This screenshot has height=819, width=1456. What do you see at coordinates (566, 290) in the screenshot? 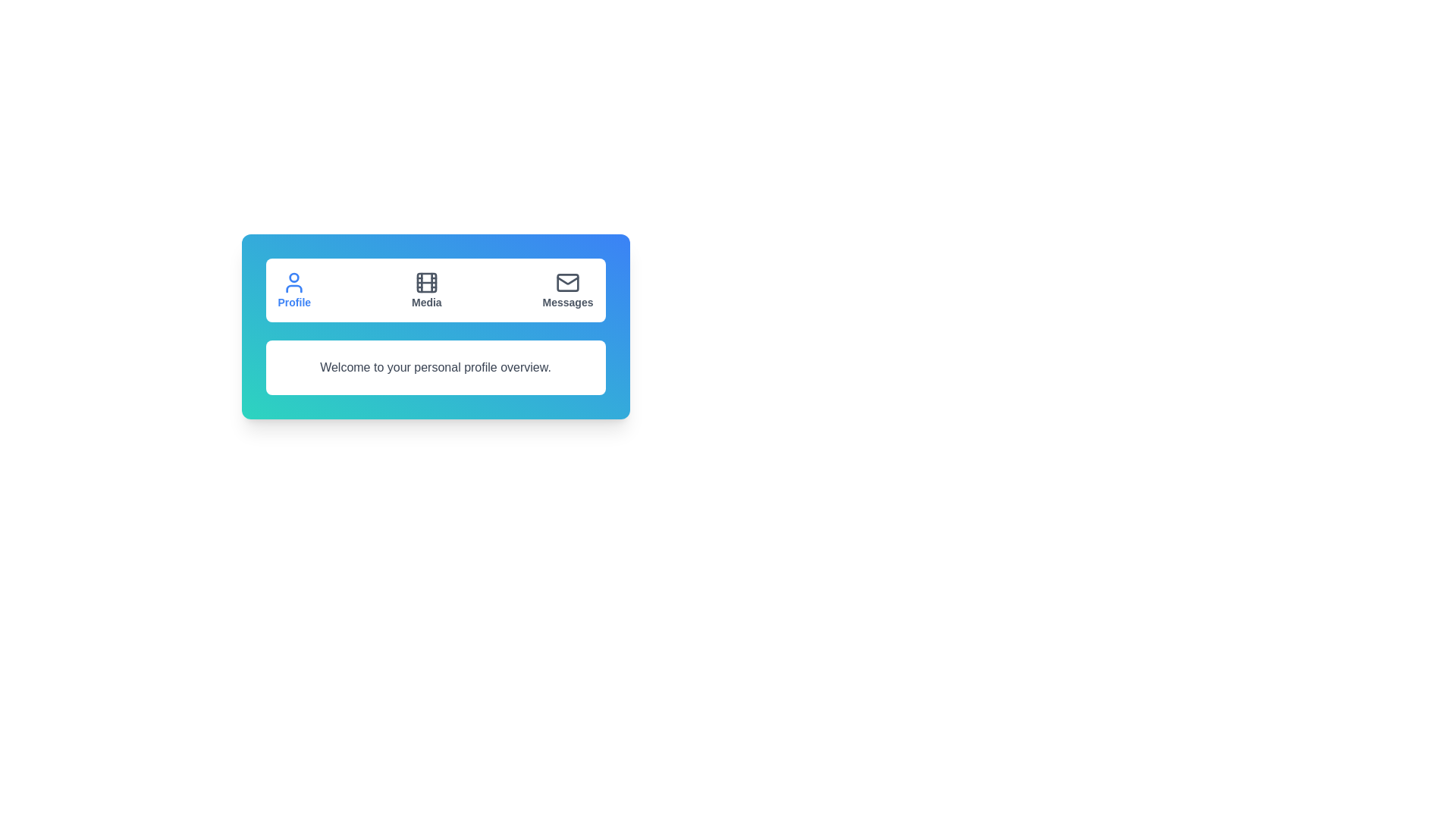
I see `the Messages tab by clicking on it` at bounding box center [566, 290].